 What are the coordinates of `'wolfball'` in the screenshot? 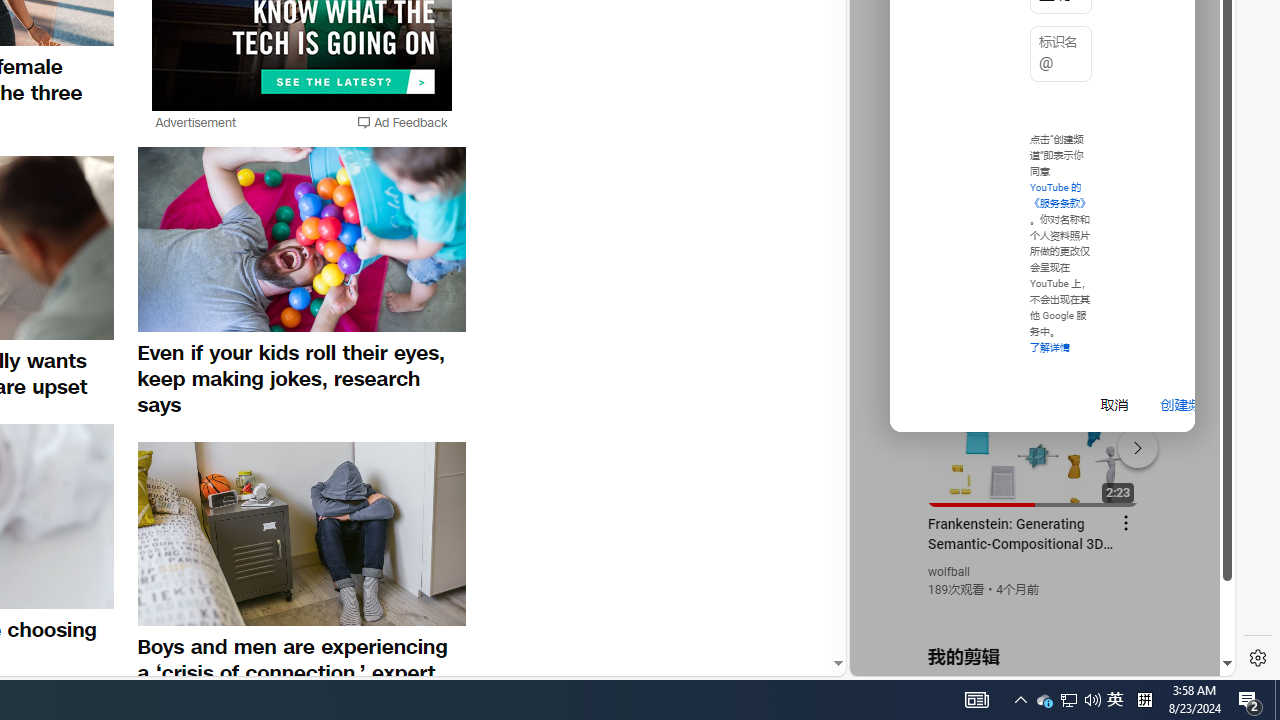 It's located at (948, 572).